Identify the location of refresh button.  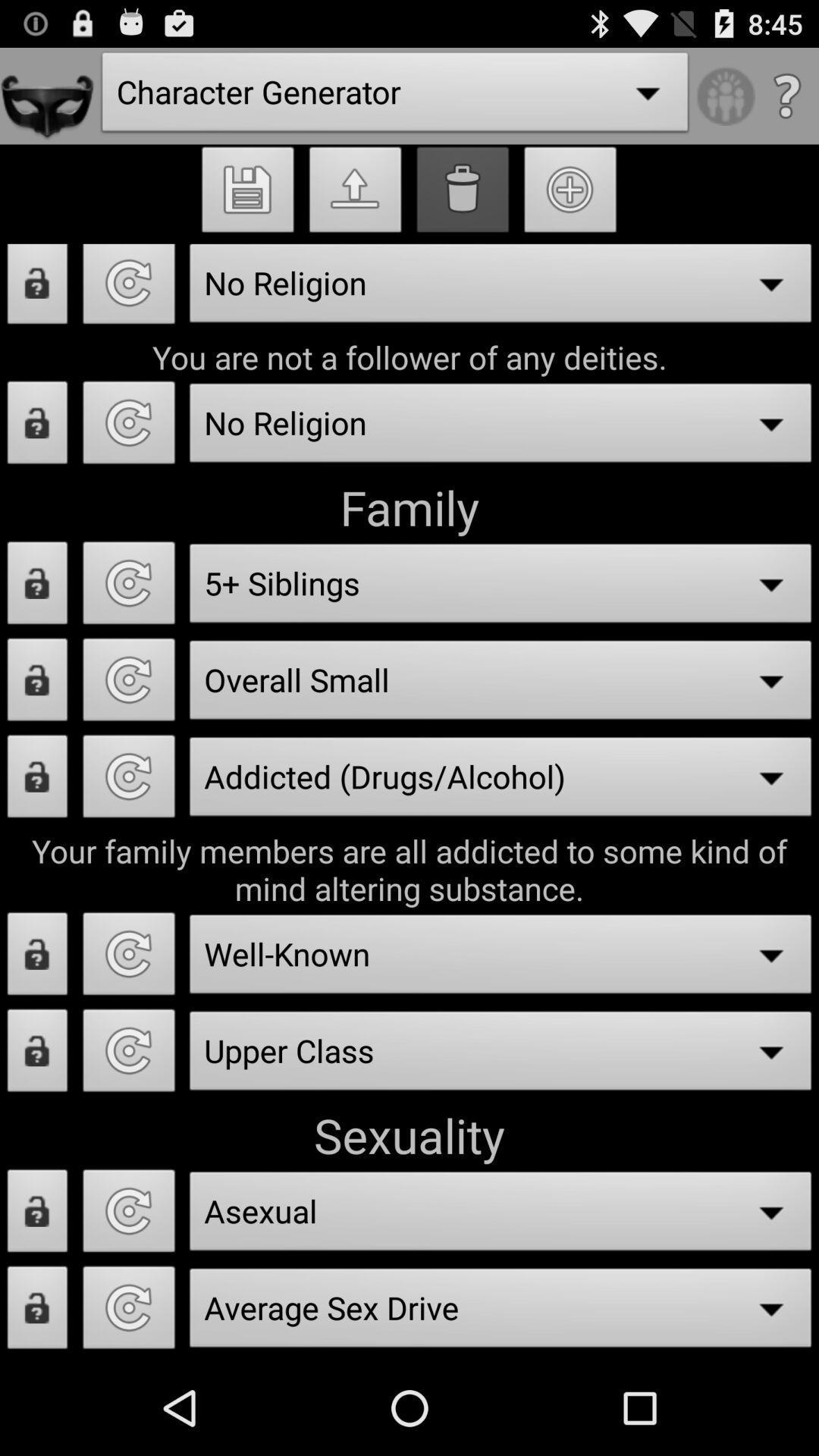
(128, 426).